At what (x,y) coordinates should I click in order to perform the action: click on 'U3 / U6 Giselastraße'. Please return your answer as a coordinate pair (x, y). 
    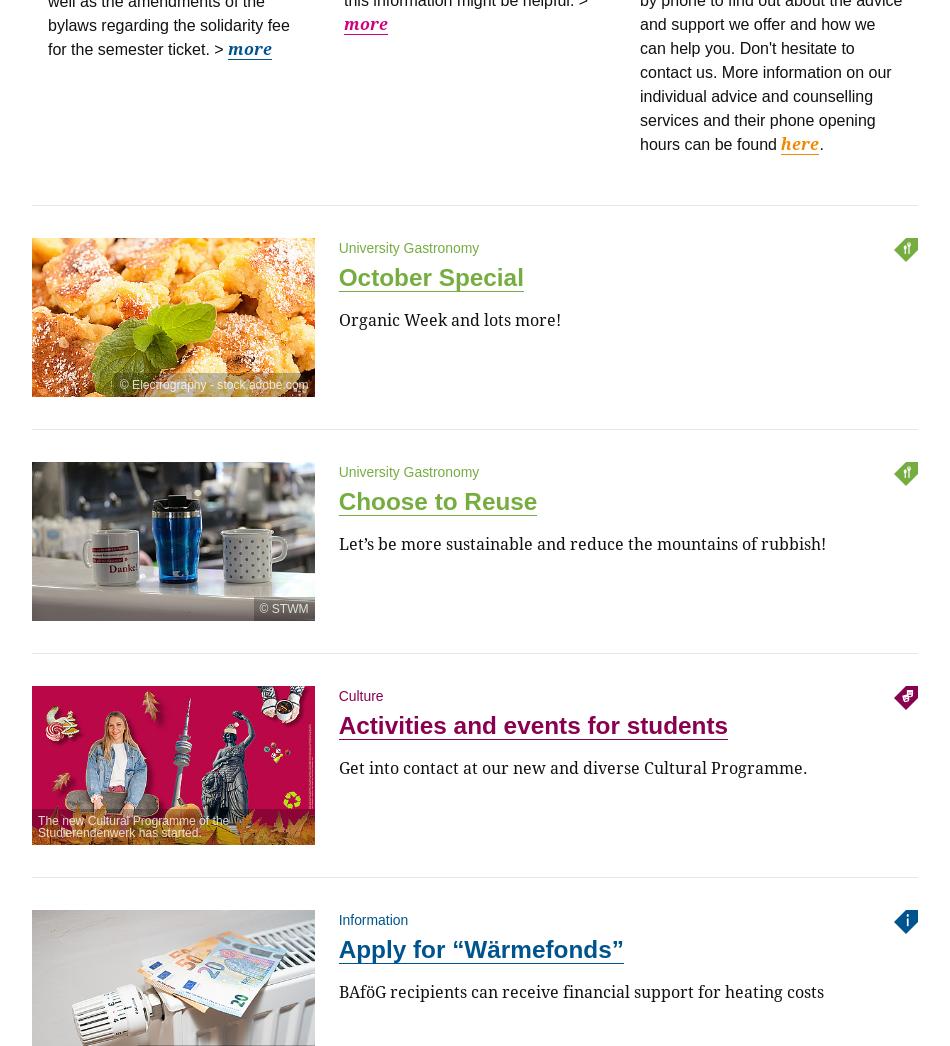
    Looking at the image, I should click on (323, 794).